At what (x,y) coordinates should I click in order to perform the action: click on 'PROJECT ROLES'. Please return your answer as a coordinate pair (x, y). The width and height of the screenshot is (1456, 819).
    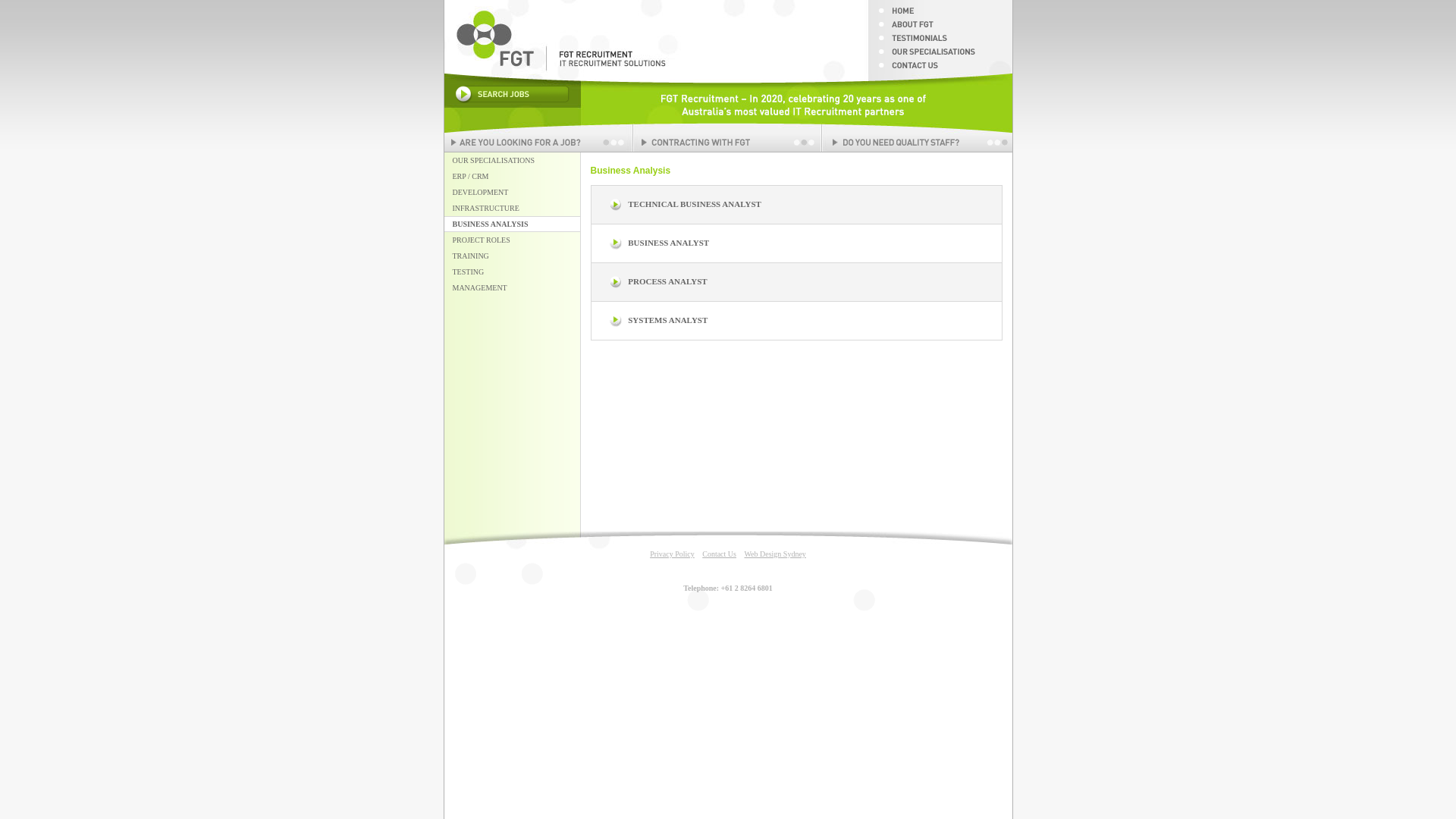
    Looking at the image, I should click on (513, 239).